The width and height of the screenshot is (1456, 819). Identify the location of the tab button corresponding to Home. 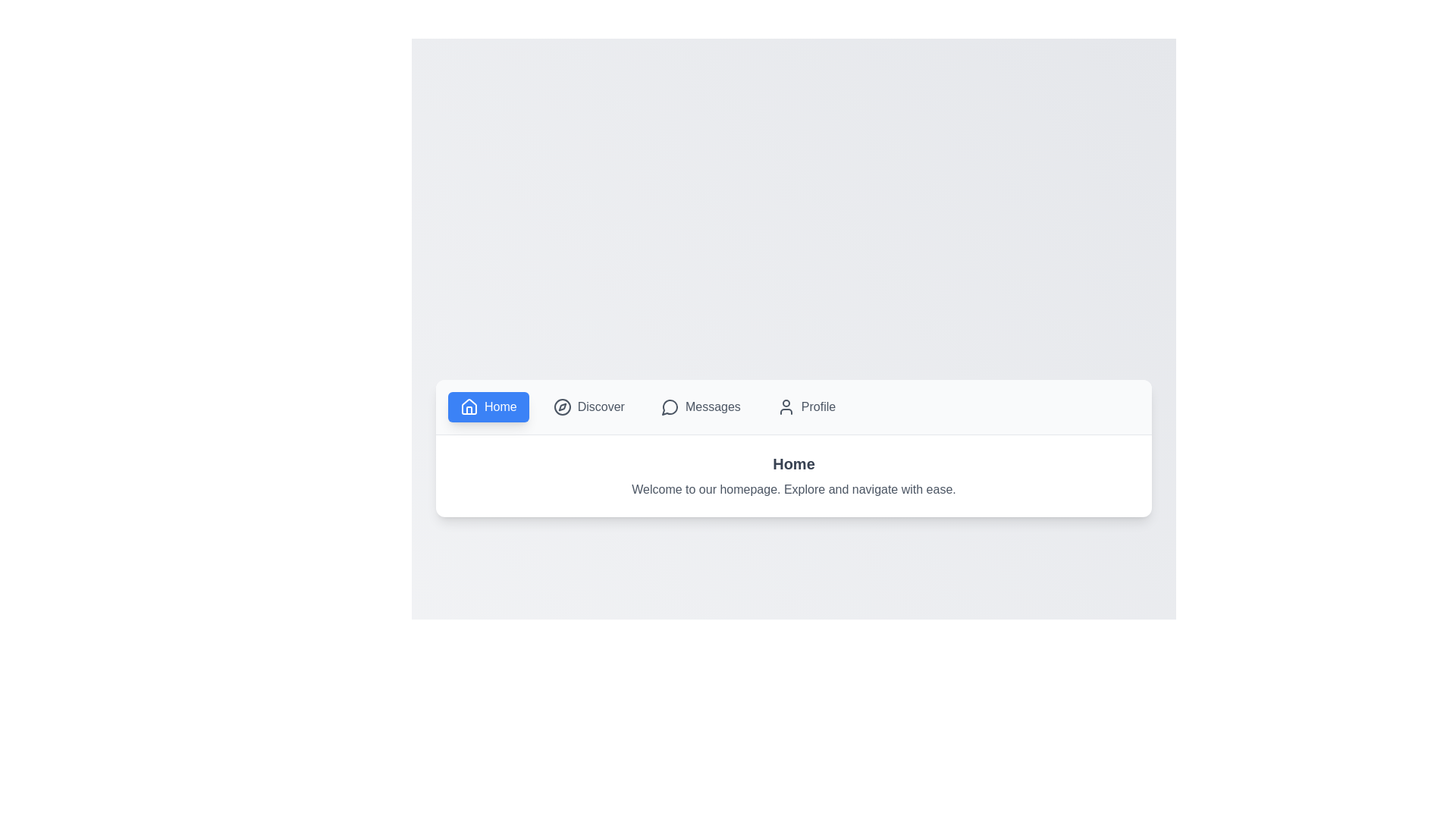
(488, 406).